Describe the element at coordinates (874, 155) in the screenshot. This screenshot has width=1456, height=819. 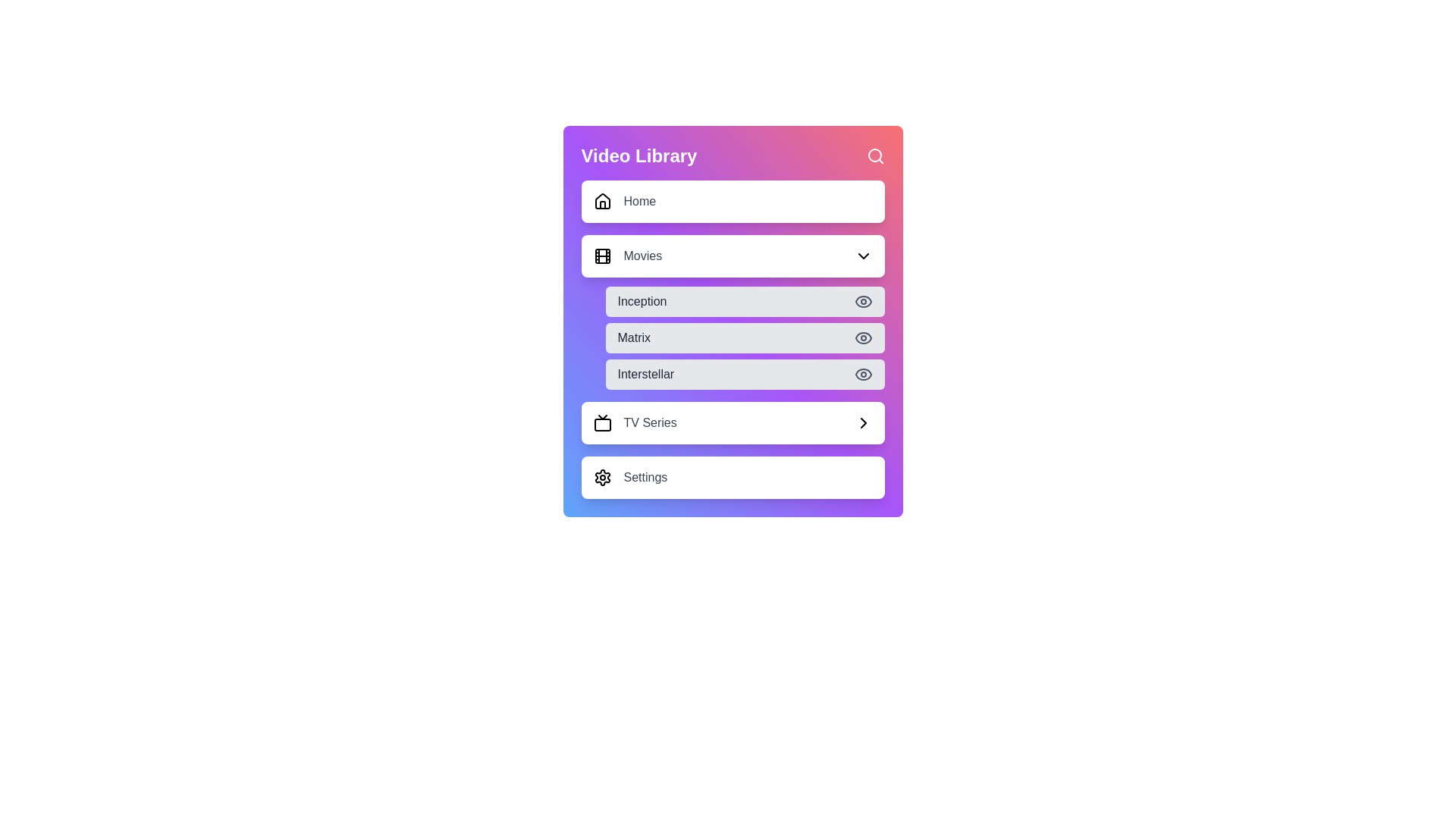
I see `the SVG Circle that represents the circular part of the magnifying glass icon, indicating the search functionality` at that location.